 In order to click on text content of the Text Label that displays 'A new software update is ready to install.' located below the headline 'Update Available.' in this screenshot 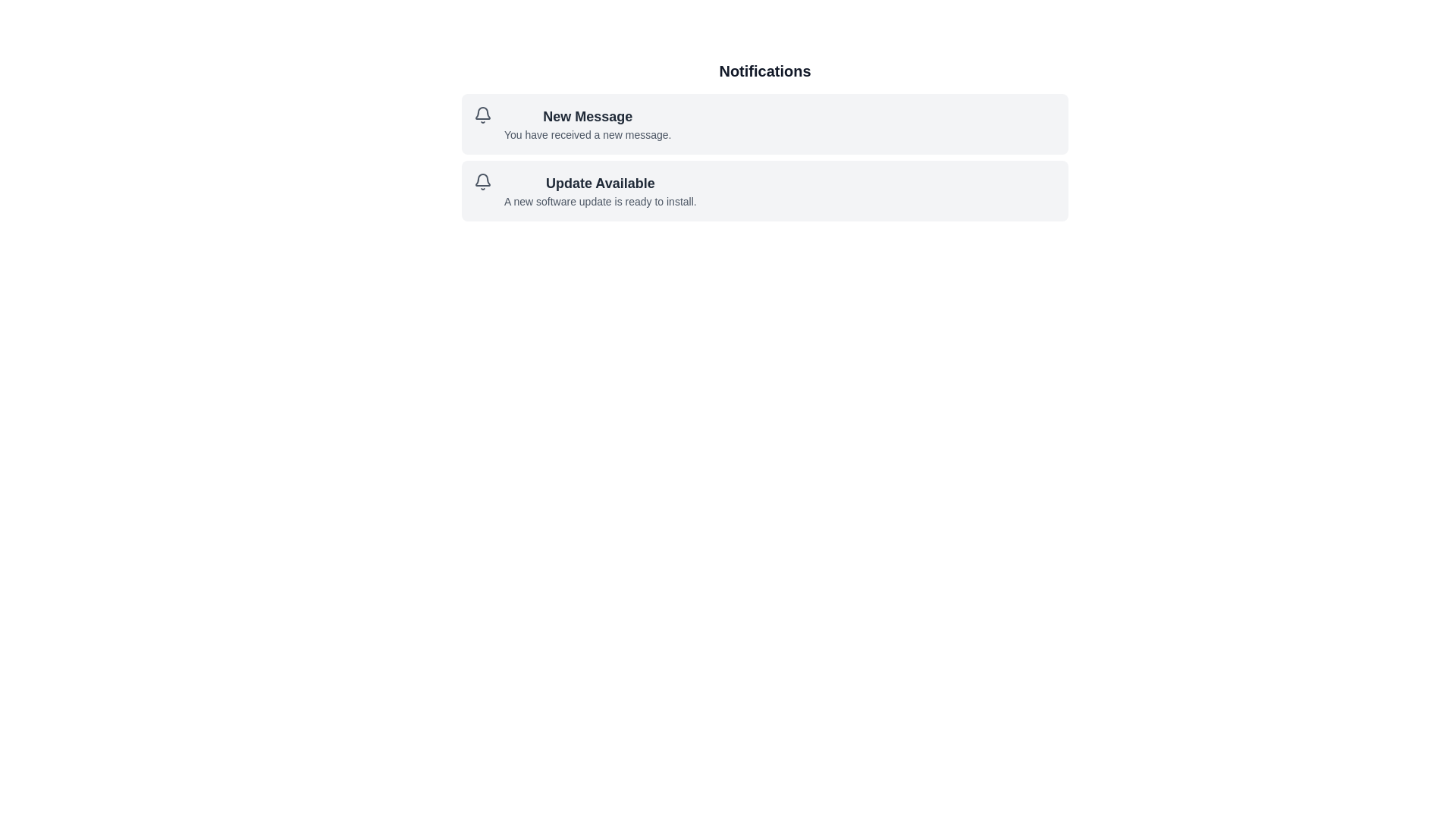, I will do `click(599, 201)`.